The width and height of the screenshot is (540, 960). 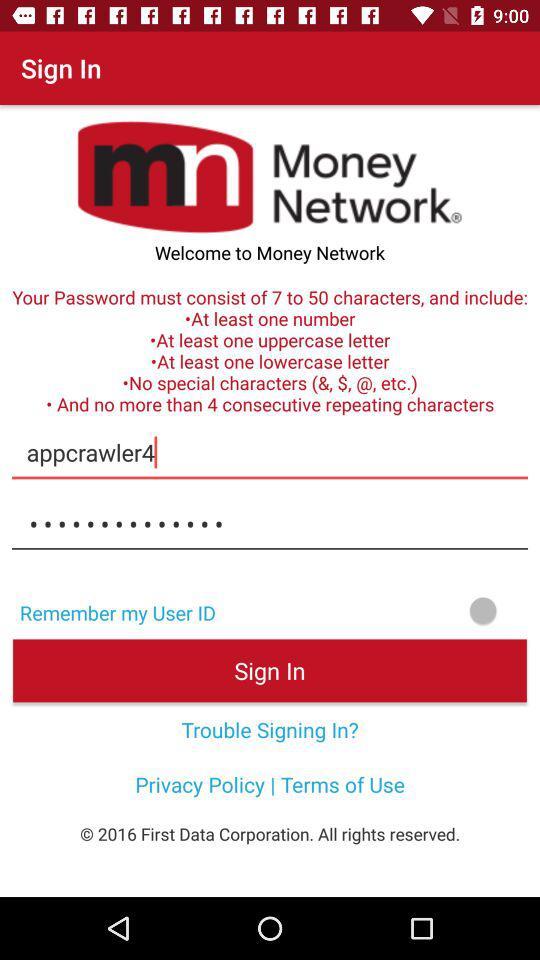 What do you see at coordinates (270, 523) in the screenshot?
I see `the appcrawler3116` at bounding box center [270, 523].